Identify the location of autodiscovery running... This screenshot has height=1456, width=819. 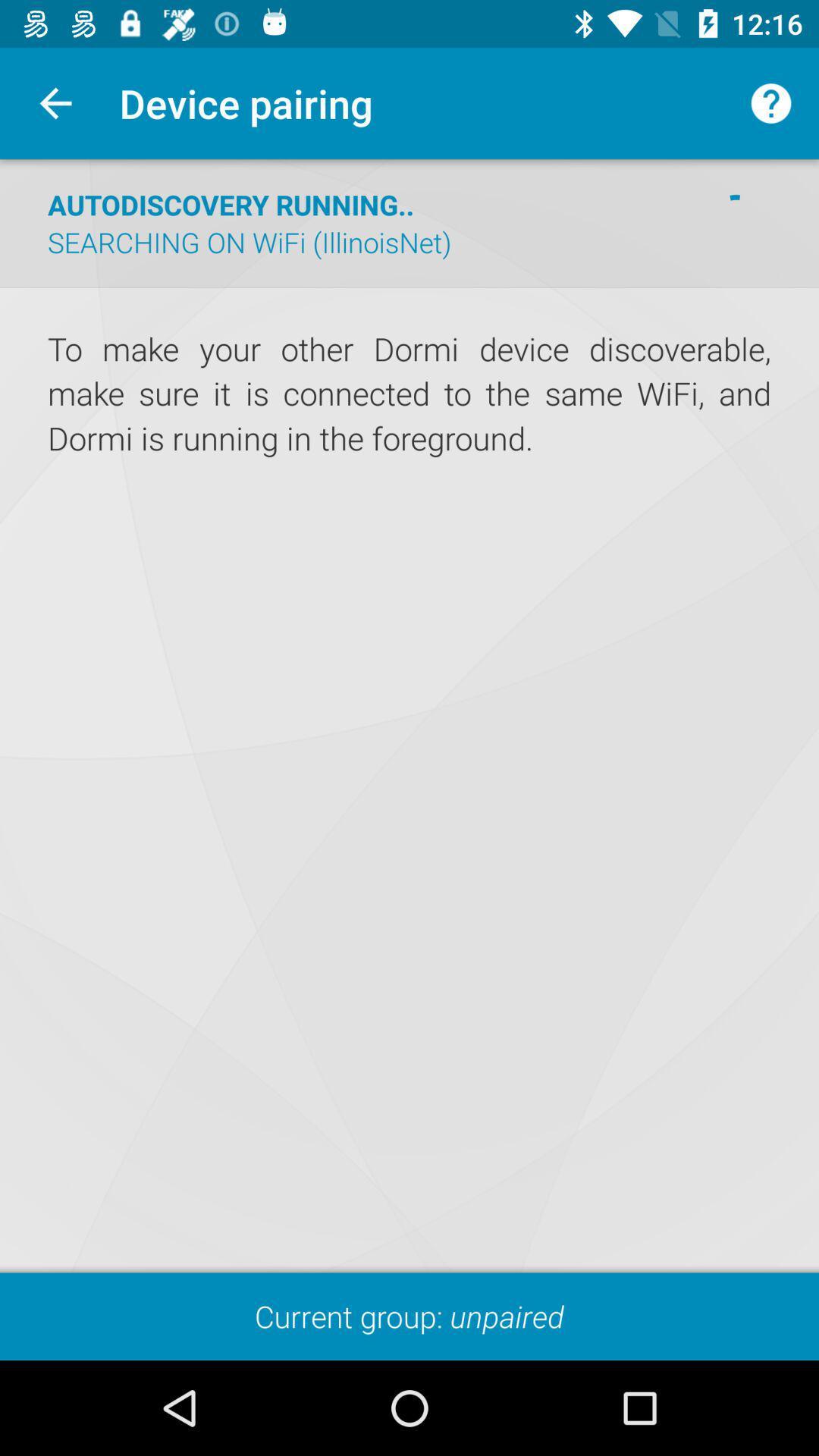
(231, 203).